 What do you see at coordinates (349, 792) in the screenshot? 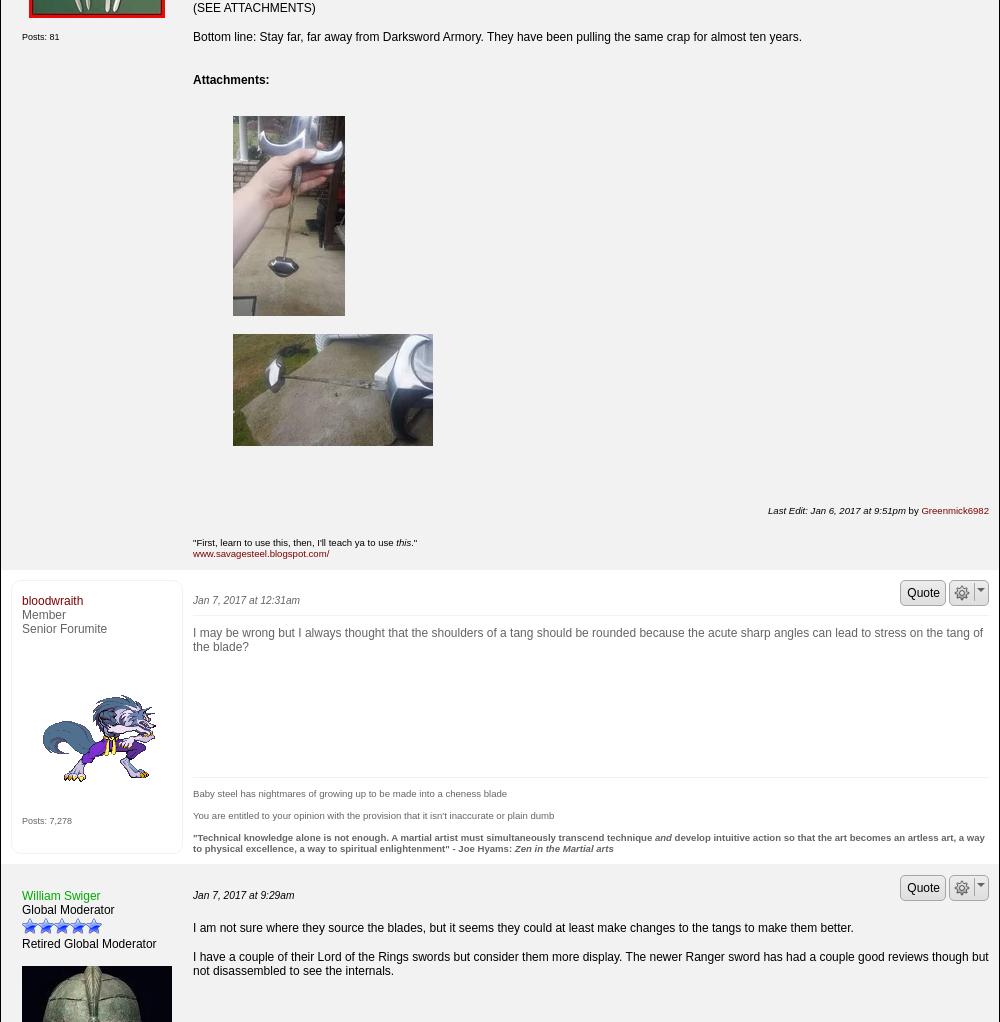
I see `'Baby steel has nightmares of growing up to be made into a cheness blade'` at bounding box center [349, 792].